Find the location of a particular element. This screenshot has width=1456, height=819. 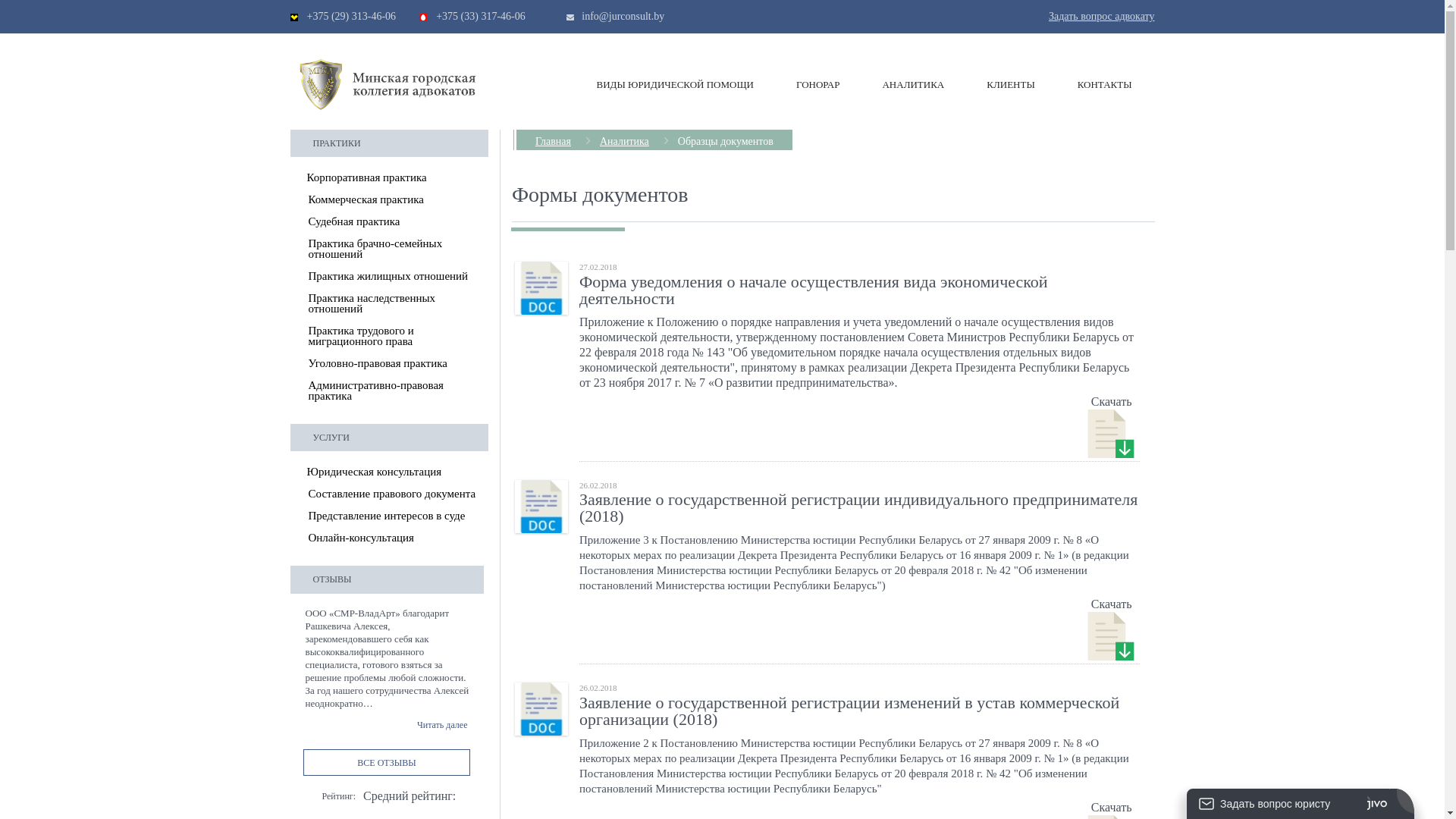

'info@jurconsult.by' is located at coordinates (581, 16).